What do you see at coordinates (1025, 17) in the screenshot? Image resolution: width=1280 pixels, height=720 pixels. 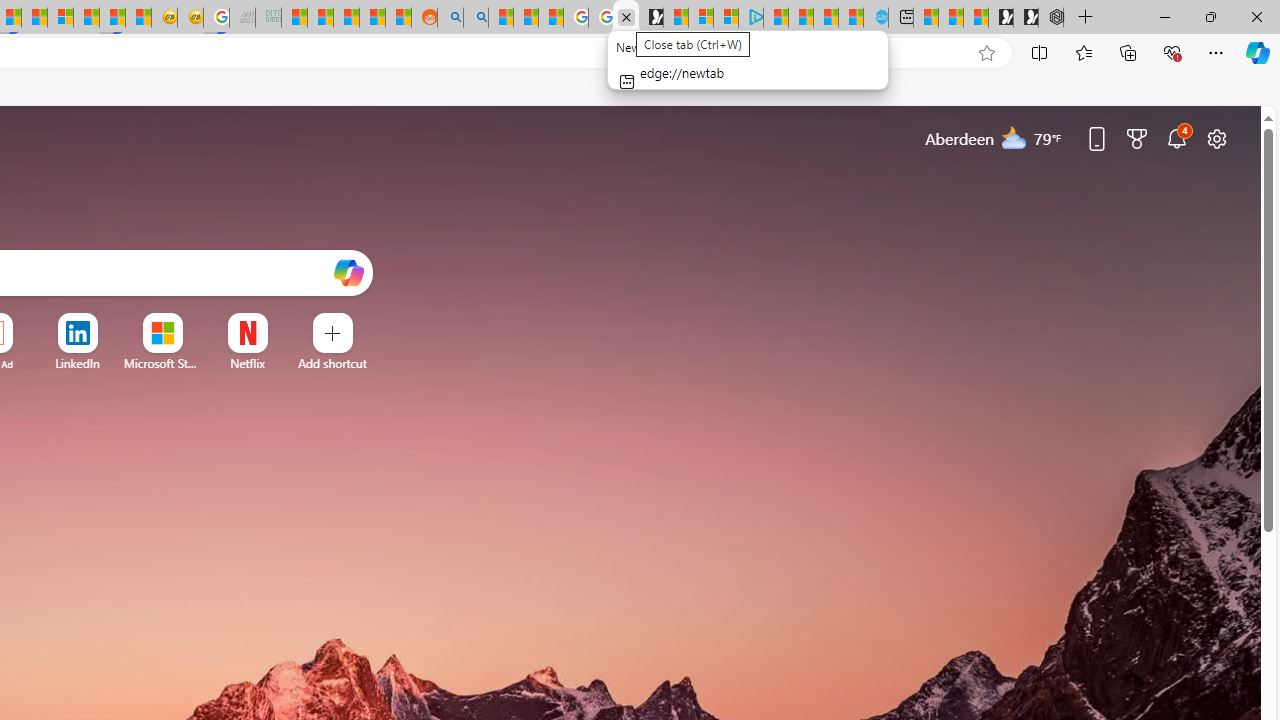 I see `'Play Free Online Games | Games from Microsoft Start'` at bounding box center [1025, 17].